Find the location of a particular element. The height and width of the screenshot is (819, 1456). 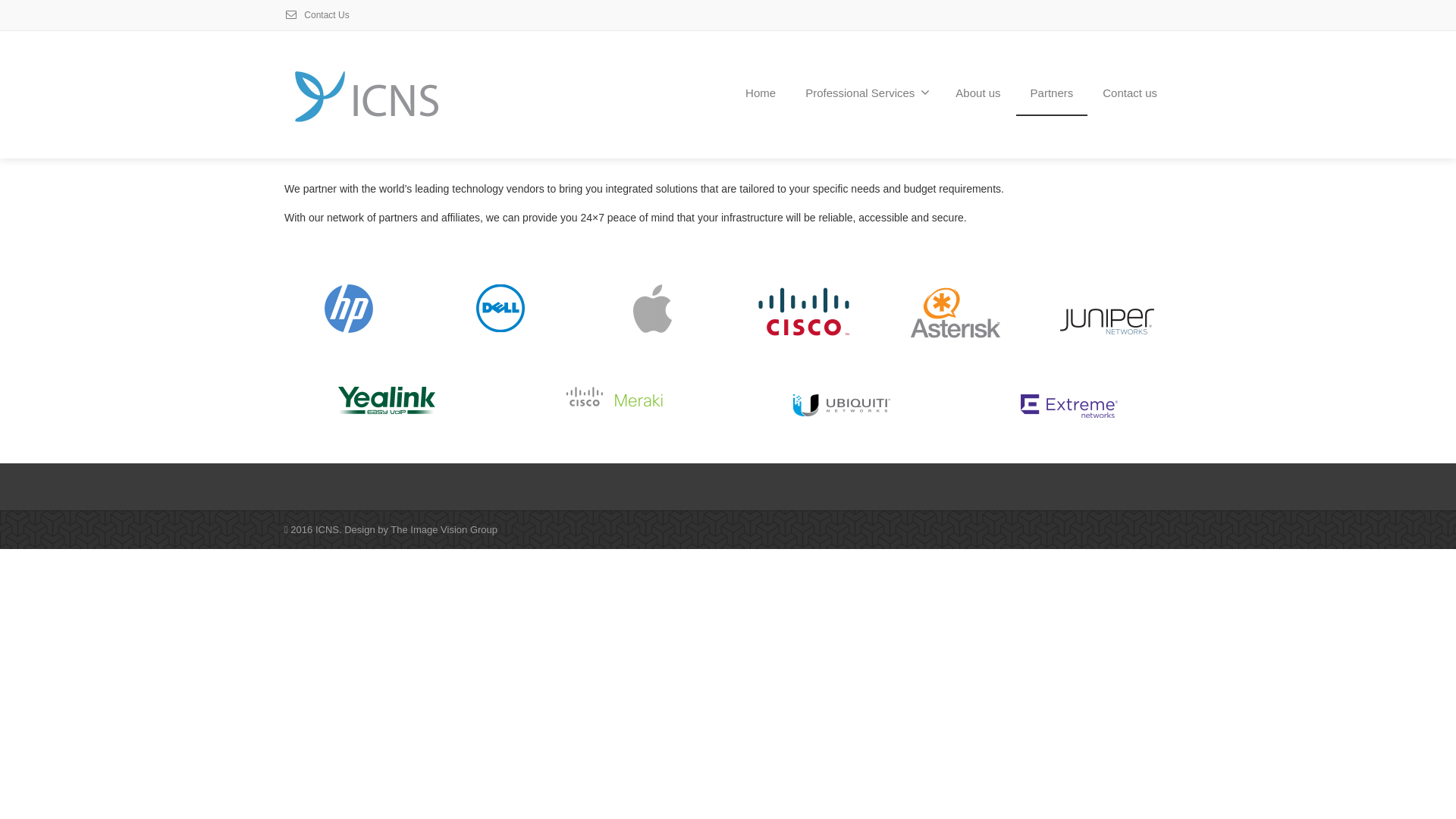

'Professional Services' is located at coordinates (789, 93).